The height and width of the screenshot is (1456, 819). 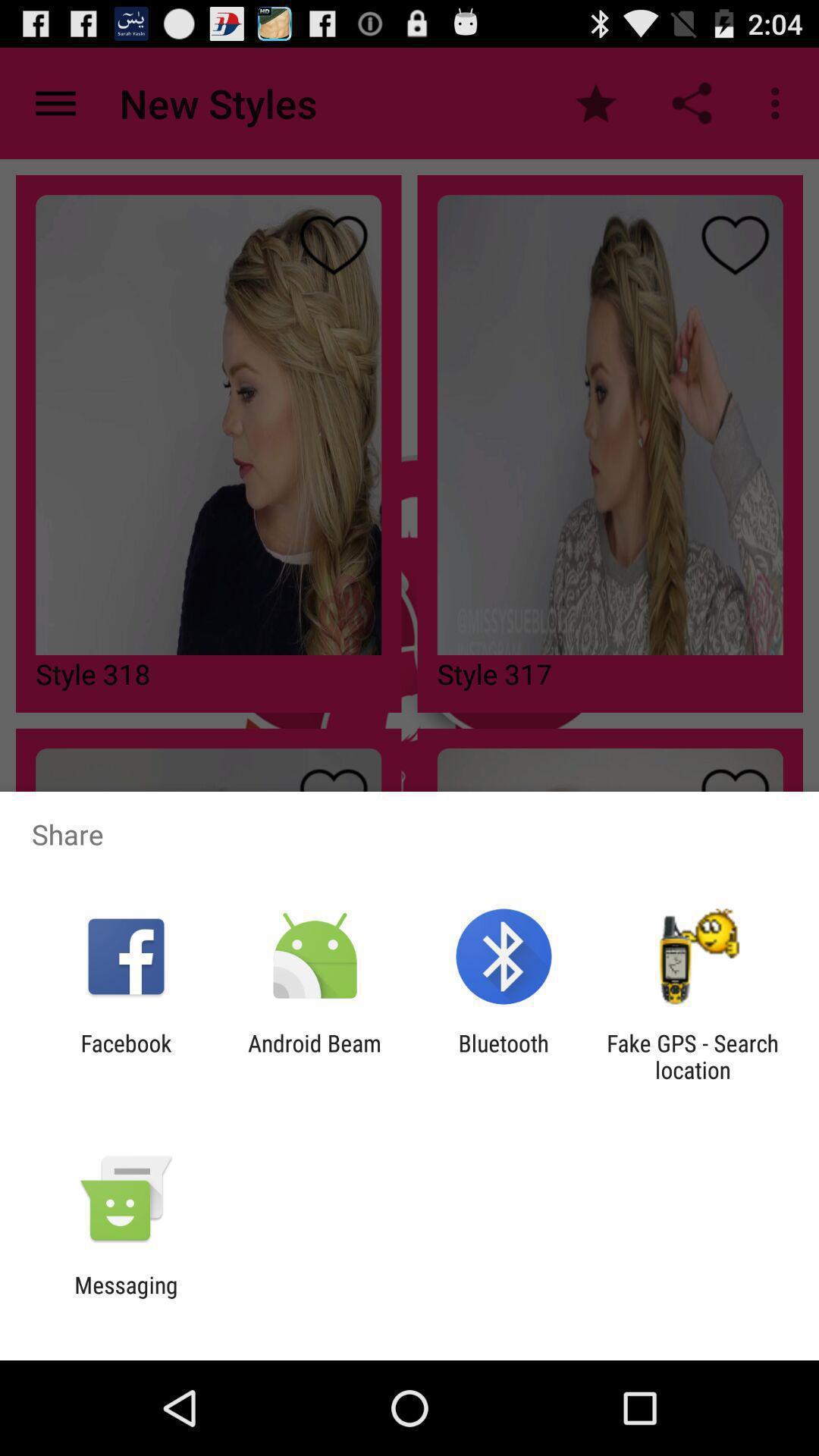 I want to click on facebook icon, so click(x=125, y=1056).